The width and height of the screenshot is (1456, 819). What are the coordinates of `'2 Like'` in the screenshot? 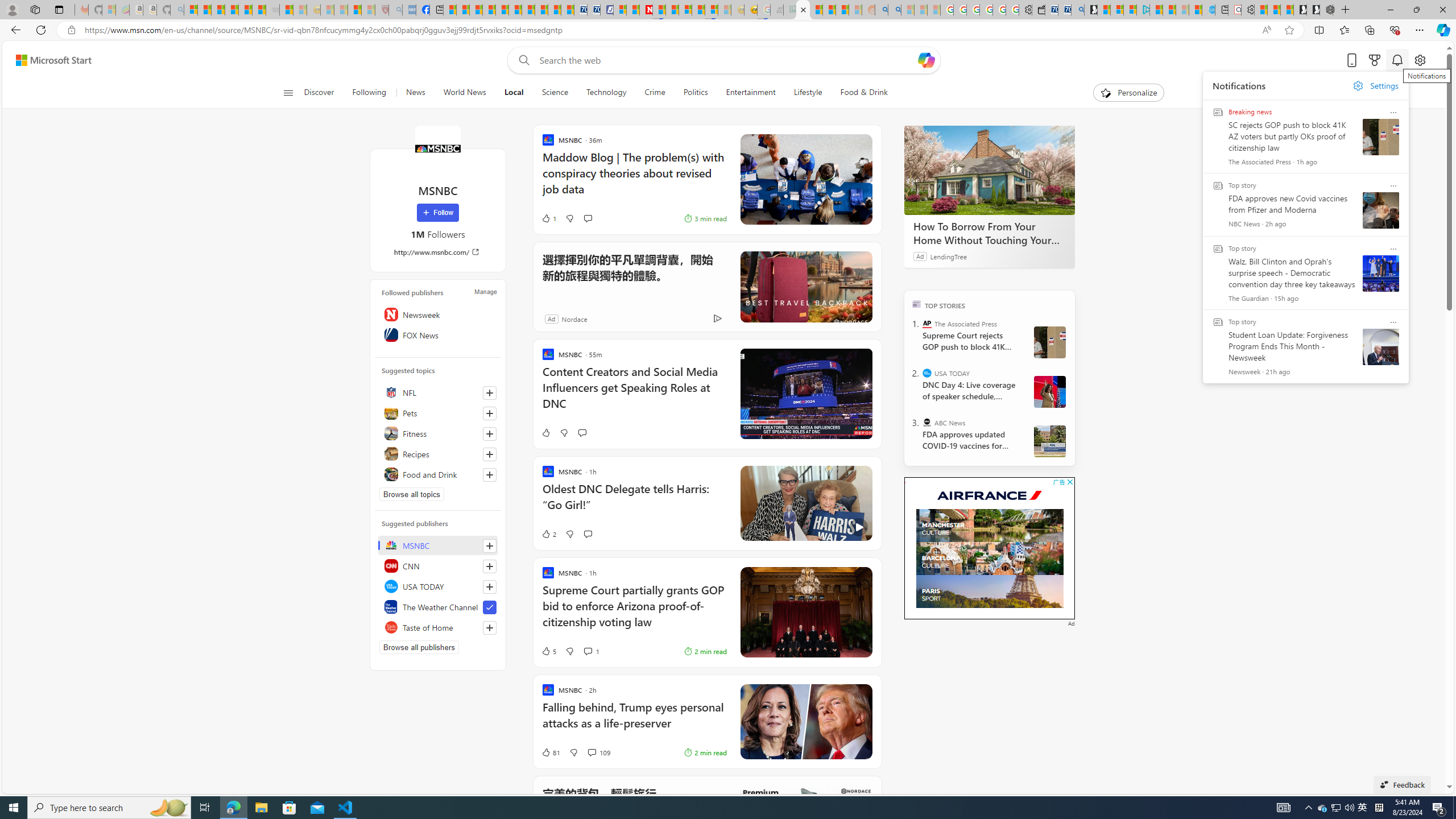 It's located at (547, 533).